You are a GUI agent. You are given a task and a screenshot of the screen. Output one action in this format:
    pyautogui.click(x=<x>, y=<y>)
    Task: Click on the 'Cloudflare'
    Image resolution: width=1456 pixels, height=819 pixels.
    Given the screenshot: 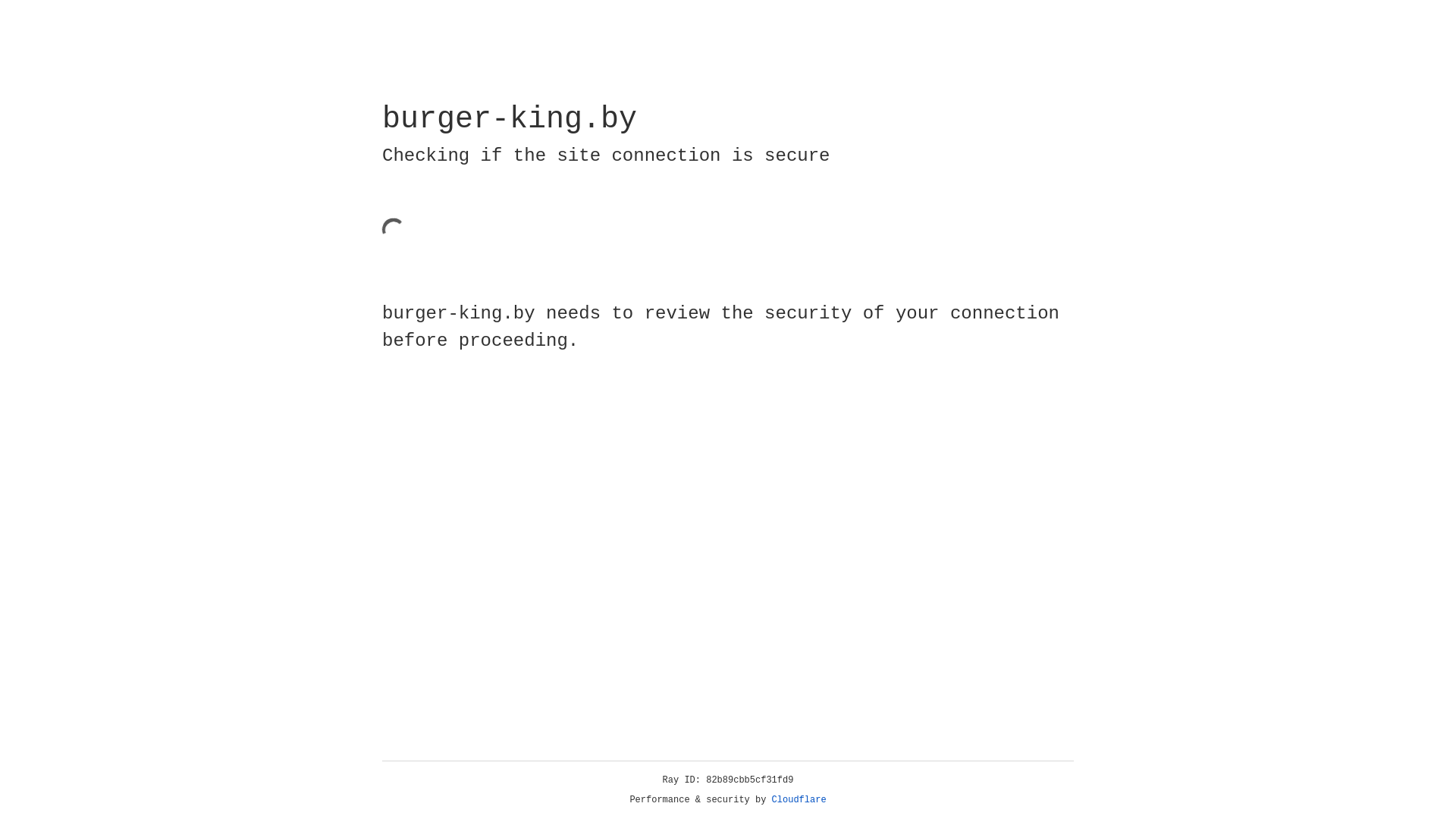 What is the action you would take?
    pyautogui.click(x=771, y=799)
    